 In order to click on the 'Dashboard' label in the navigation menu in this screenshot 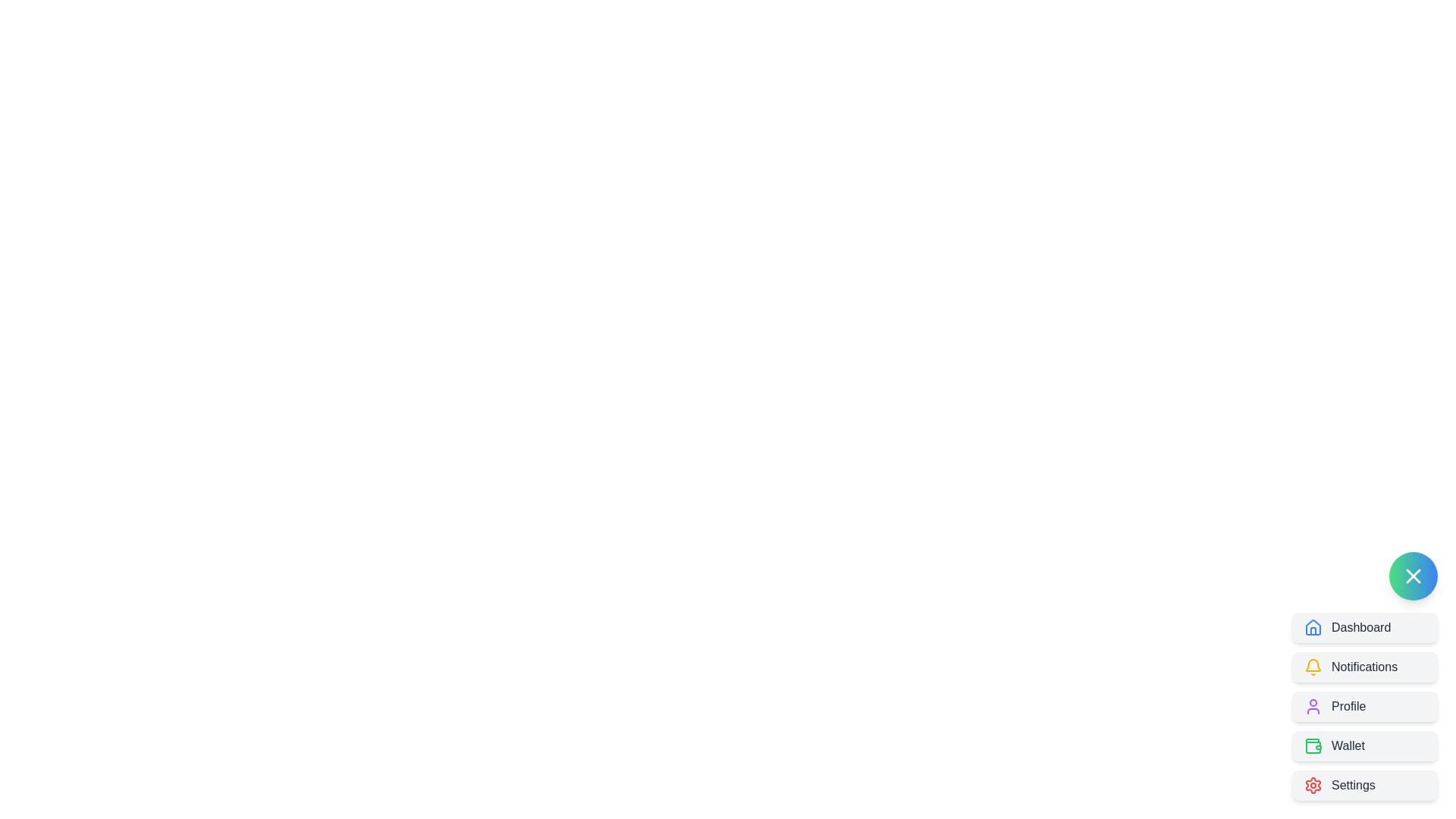, I will do `click(1361, 628)`.